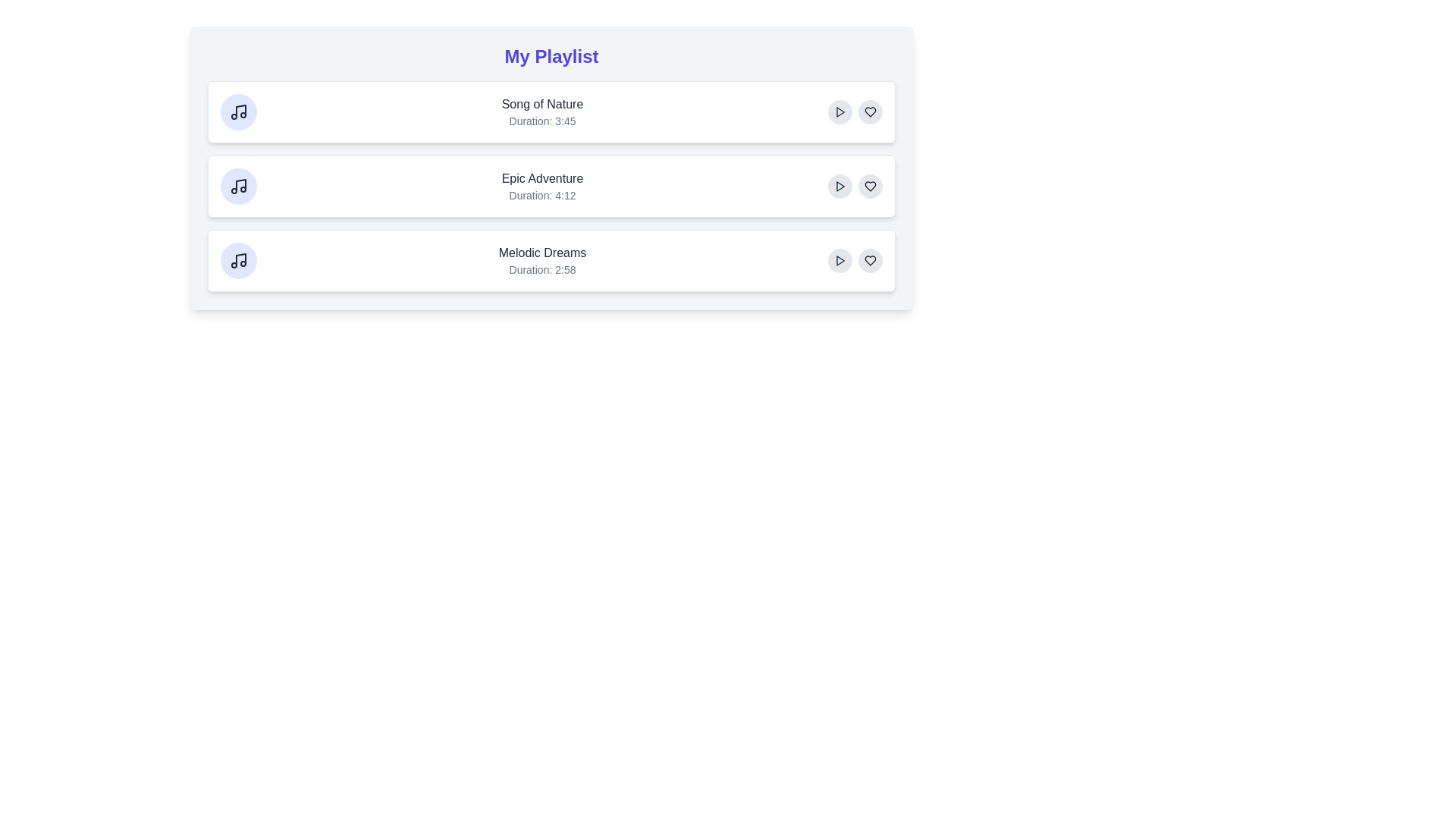 The width and height of the screenshot is (1456, 819). Describe the element at coordinates (551, 186) in the screenshot. I see `the track Epic Adventure from the playlist` at that location.